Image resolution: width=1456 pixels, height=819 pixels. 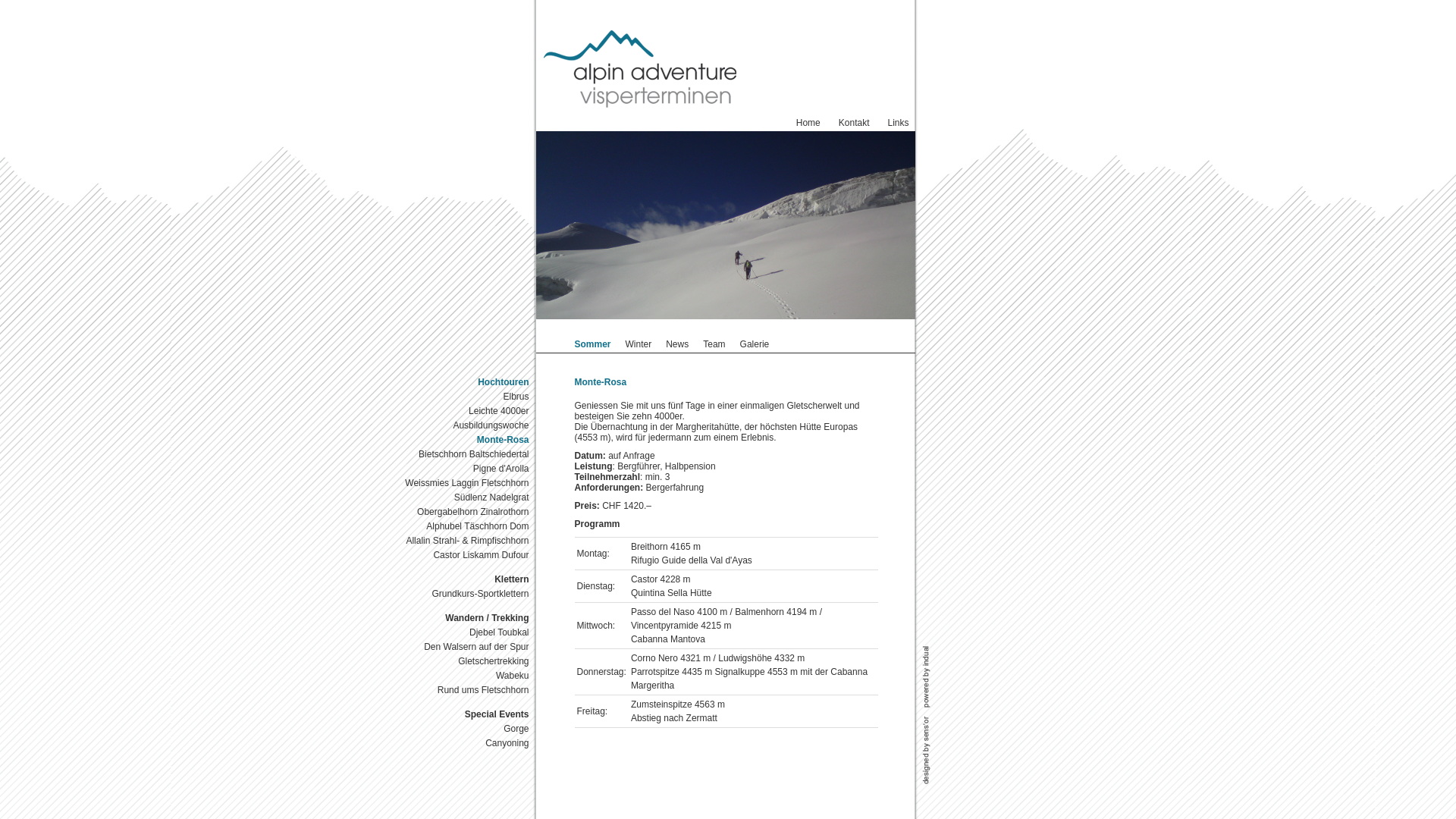 What do you see at coordinates (592, 344) in the screenshot?
I see `'Sommer'` at bounding box center [592, 344].